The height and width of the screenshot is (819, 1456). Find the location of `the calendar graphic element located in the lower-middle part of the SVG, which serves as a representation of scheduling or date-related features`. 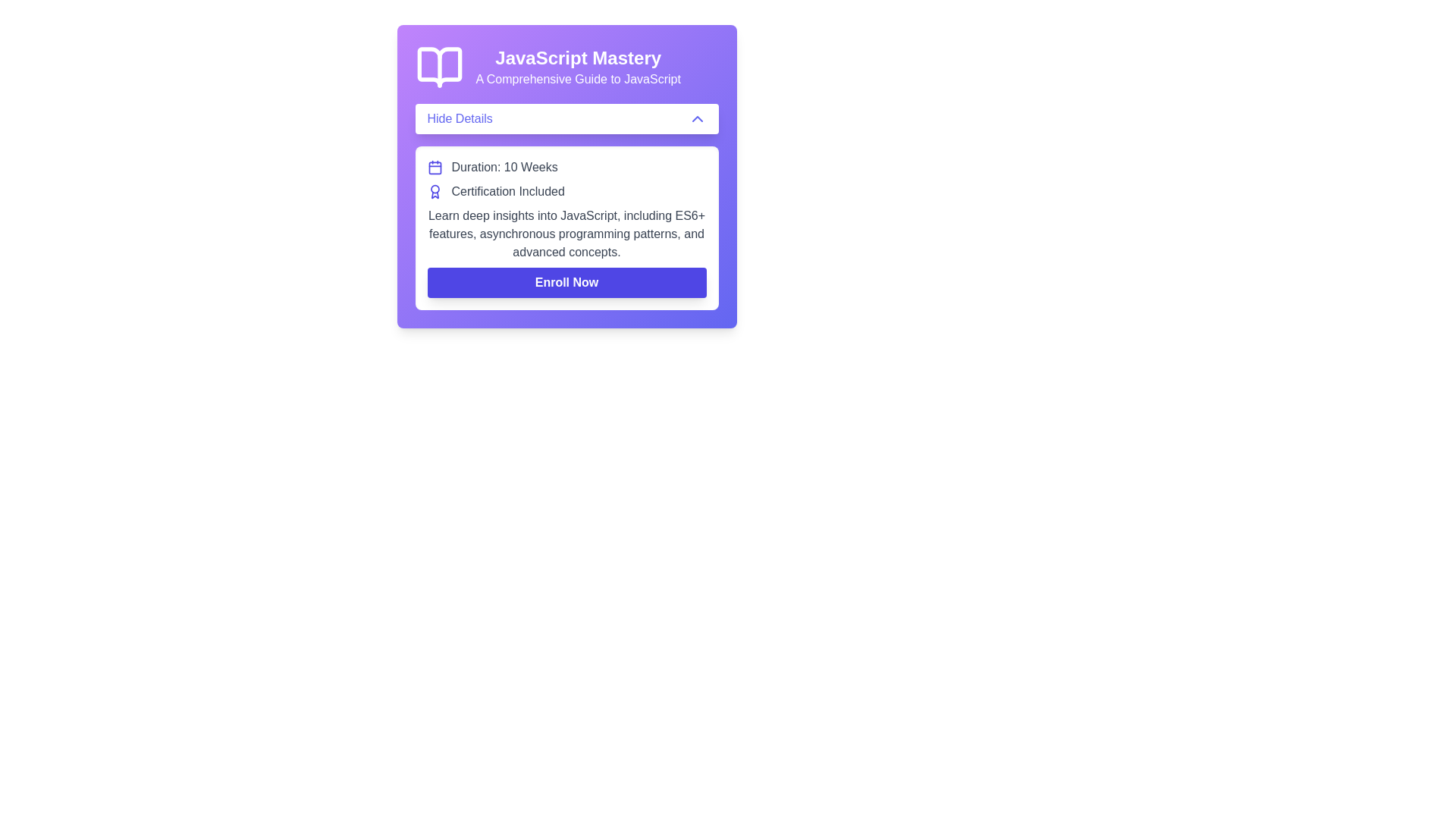

the calendar graphic element located in the lower-middle part of the SVG, which serves as a representation of scheduling or date-related features is located at coordinates (434, 168).